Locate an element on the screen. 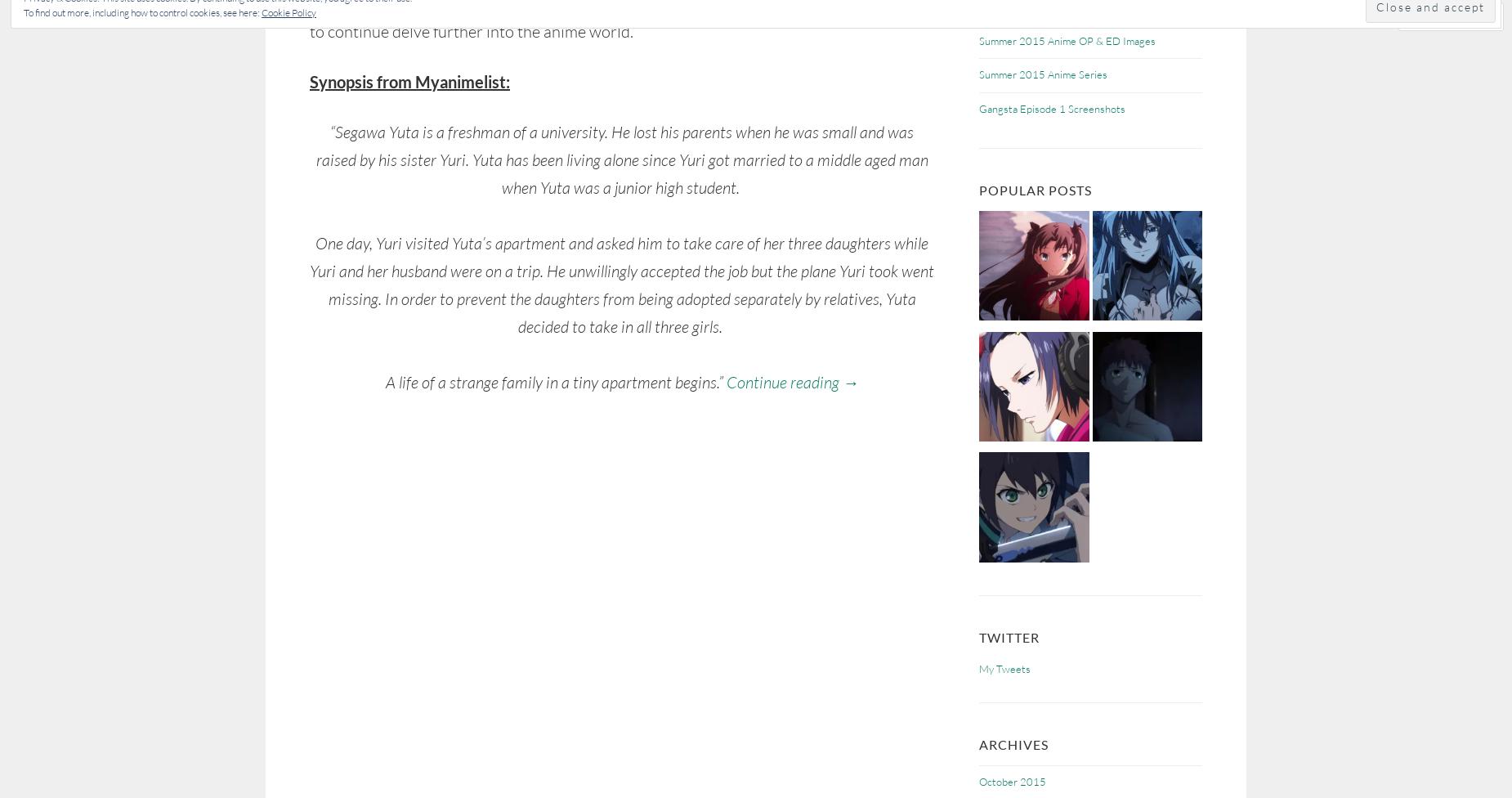 The width and height of the screenshot is (1512, 798). 'Follow' is located at coordinates (1445, 16).